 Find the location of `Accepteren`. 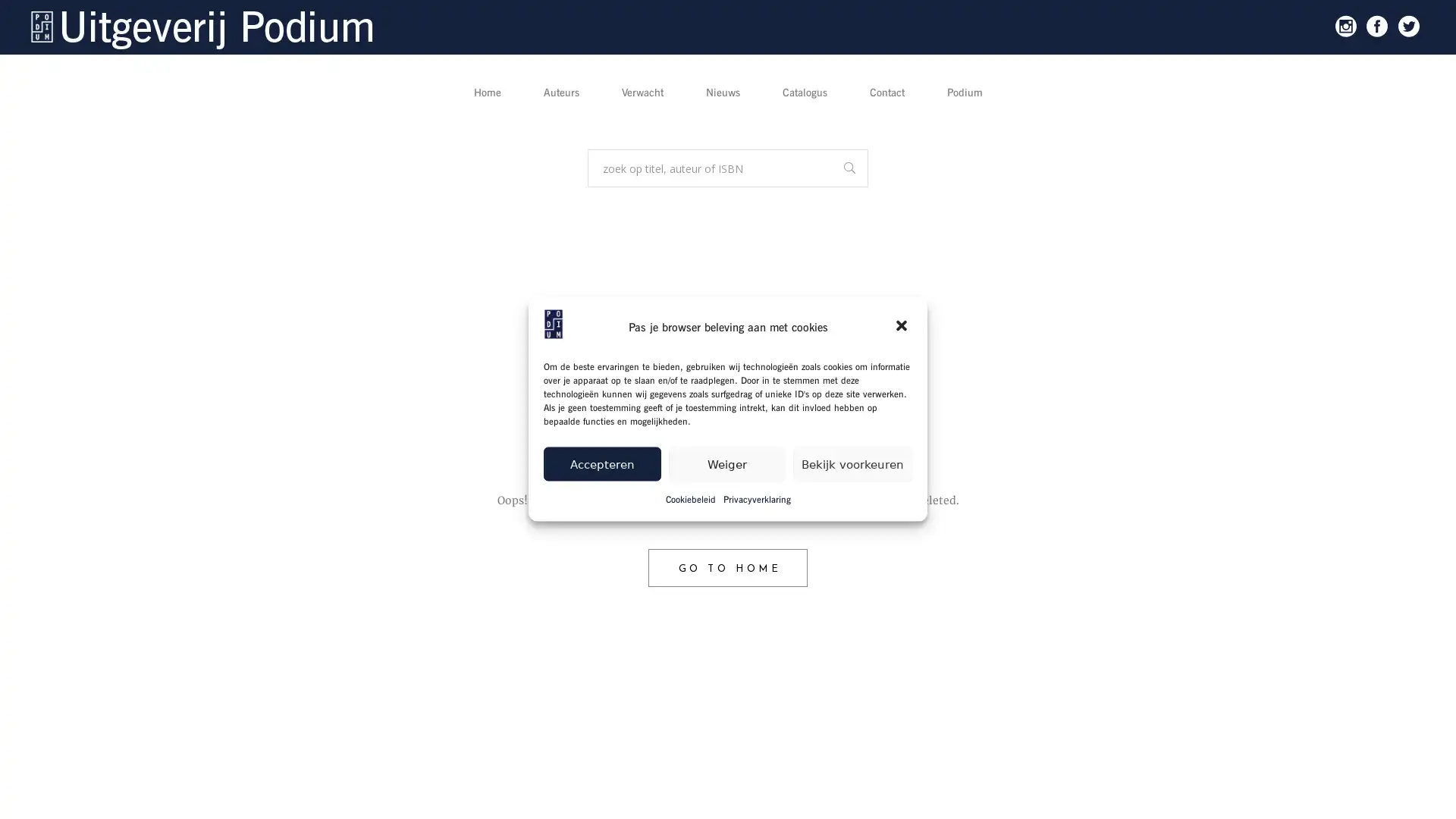

Accepteren is located at coordinates (601, 463).